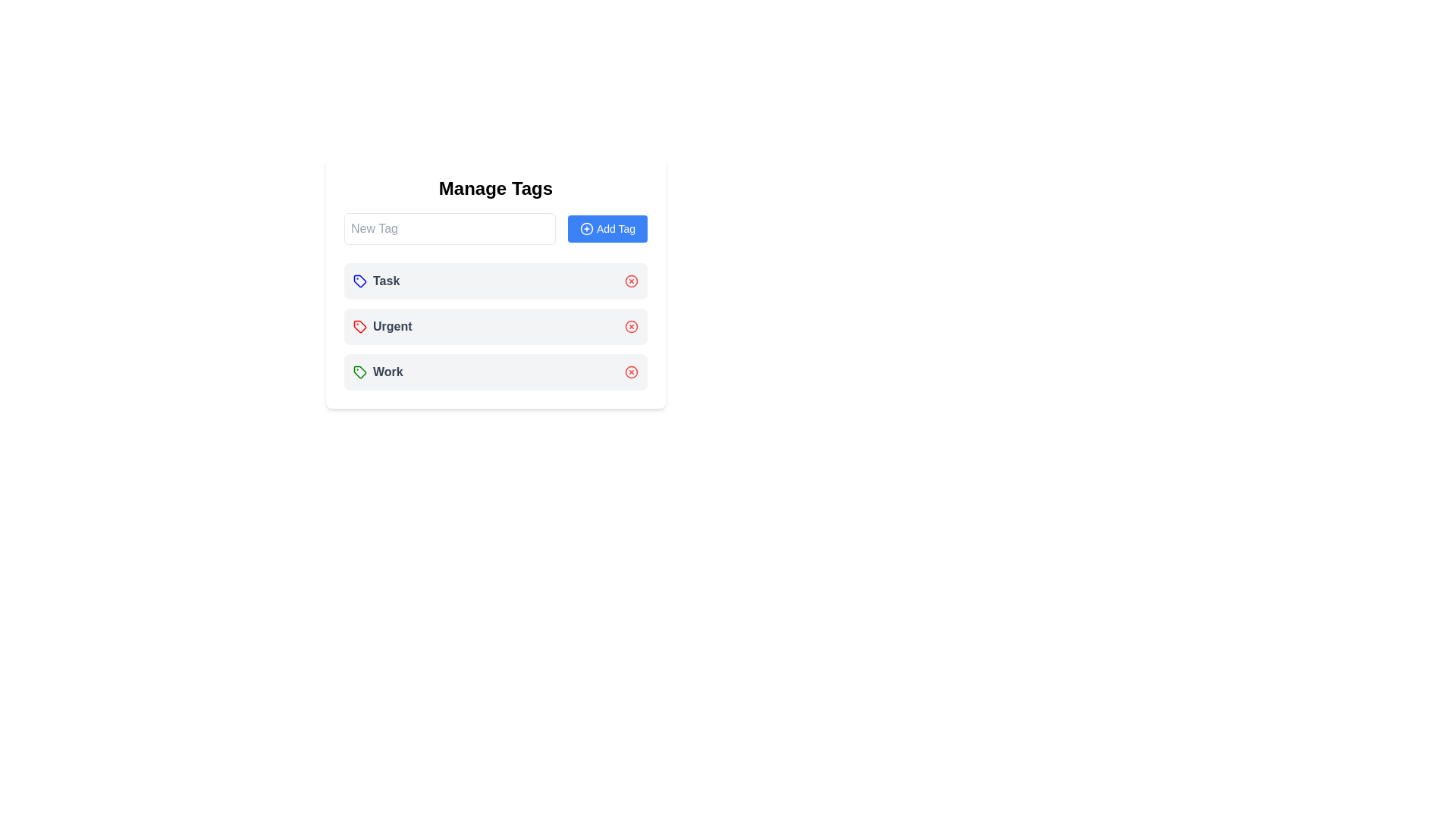  What do you see at coordinates (359, 372) in the screenshot?
I see `the decorative icon representing a tag or label adjacent to the 'Task' label in the 'Manage Tags' section, which is the first icon in the list` at bounding box center [359, 372].